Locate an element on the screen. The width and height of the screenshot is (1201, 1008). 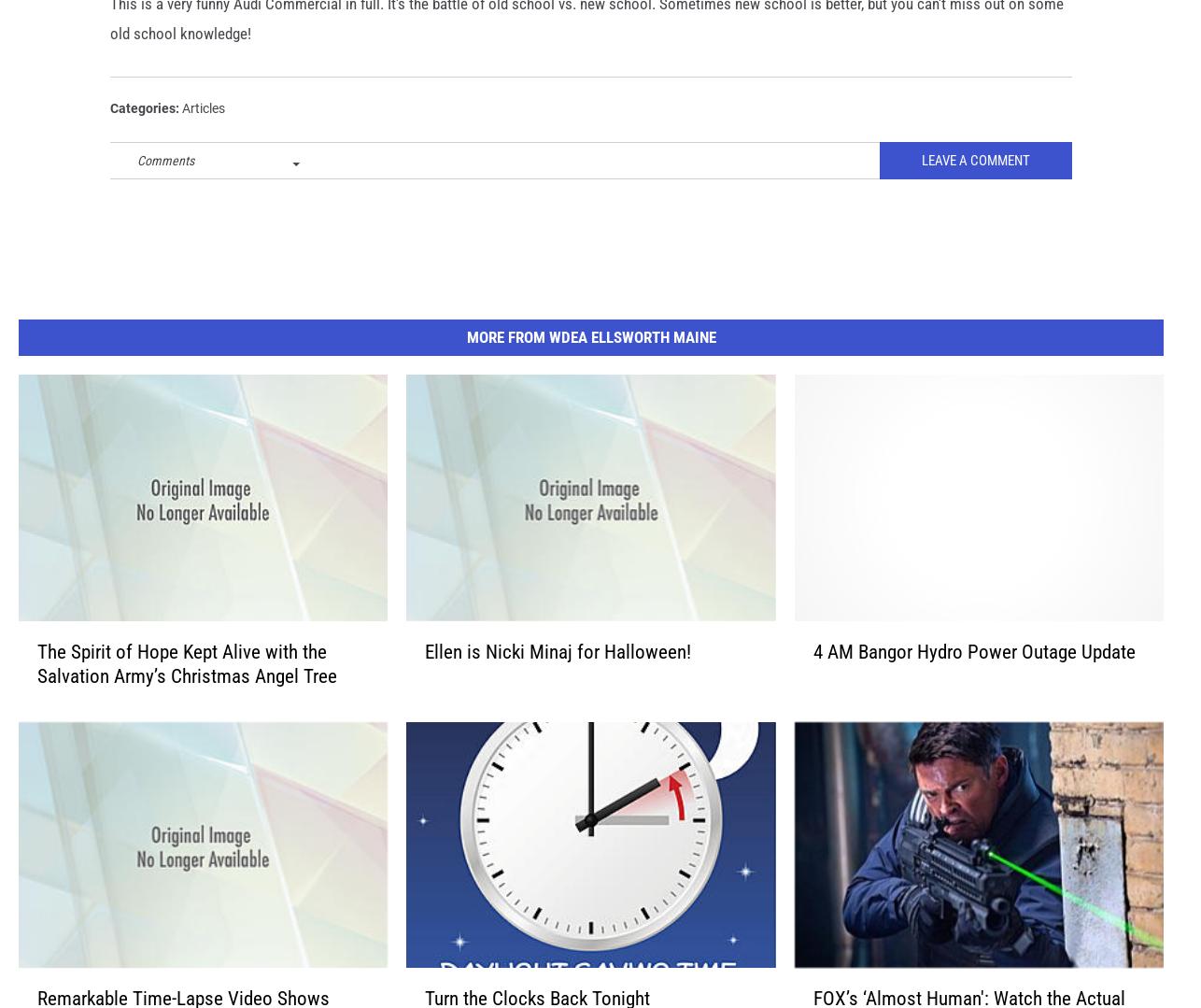
'More From WDEA Ellsworth Maine' is located at coordinates (464, 365).